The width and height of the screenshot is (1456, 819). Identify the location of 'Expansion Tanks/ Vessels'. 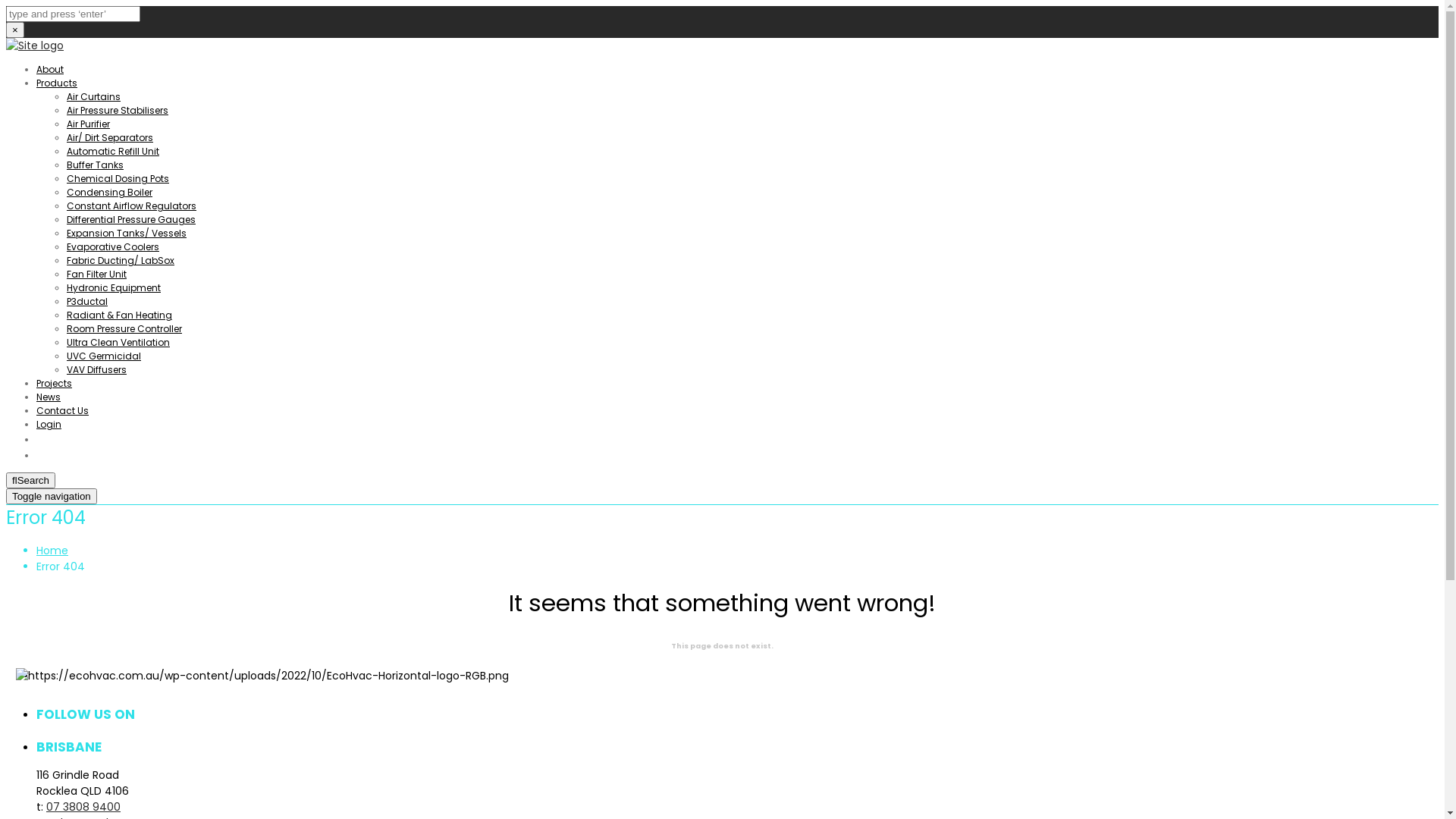
(127, 233).